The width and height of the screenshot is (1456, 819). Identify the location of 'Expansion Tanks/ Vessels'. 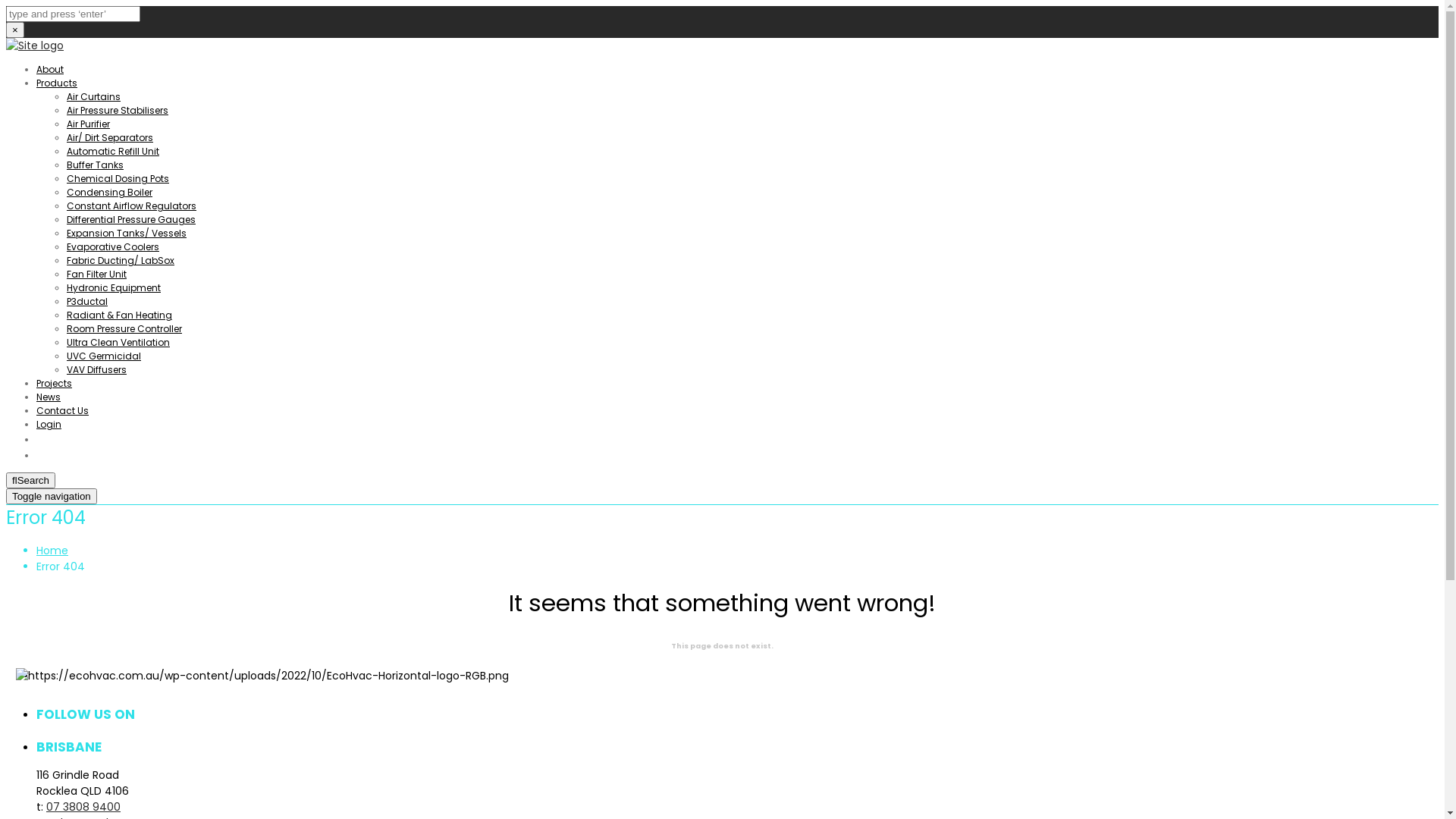
(127, 233).